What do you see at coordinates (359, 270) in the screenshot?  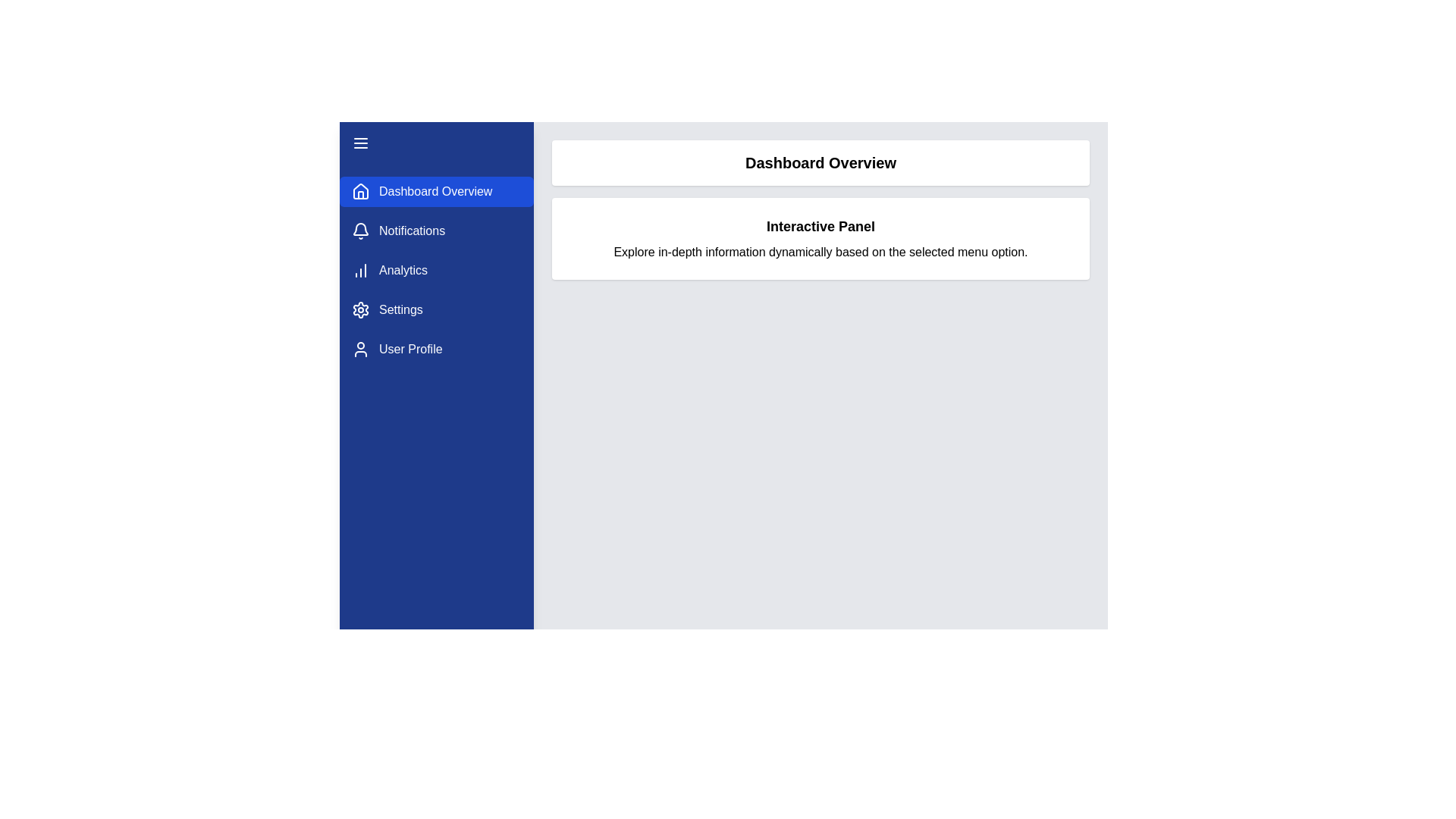 I see `the 'Analytics' icon located in the sidebar menu, which visually represents the 'Analytics' menu item` at bounding box center [359, 270].